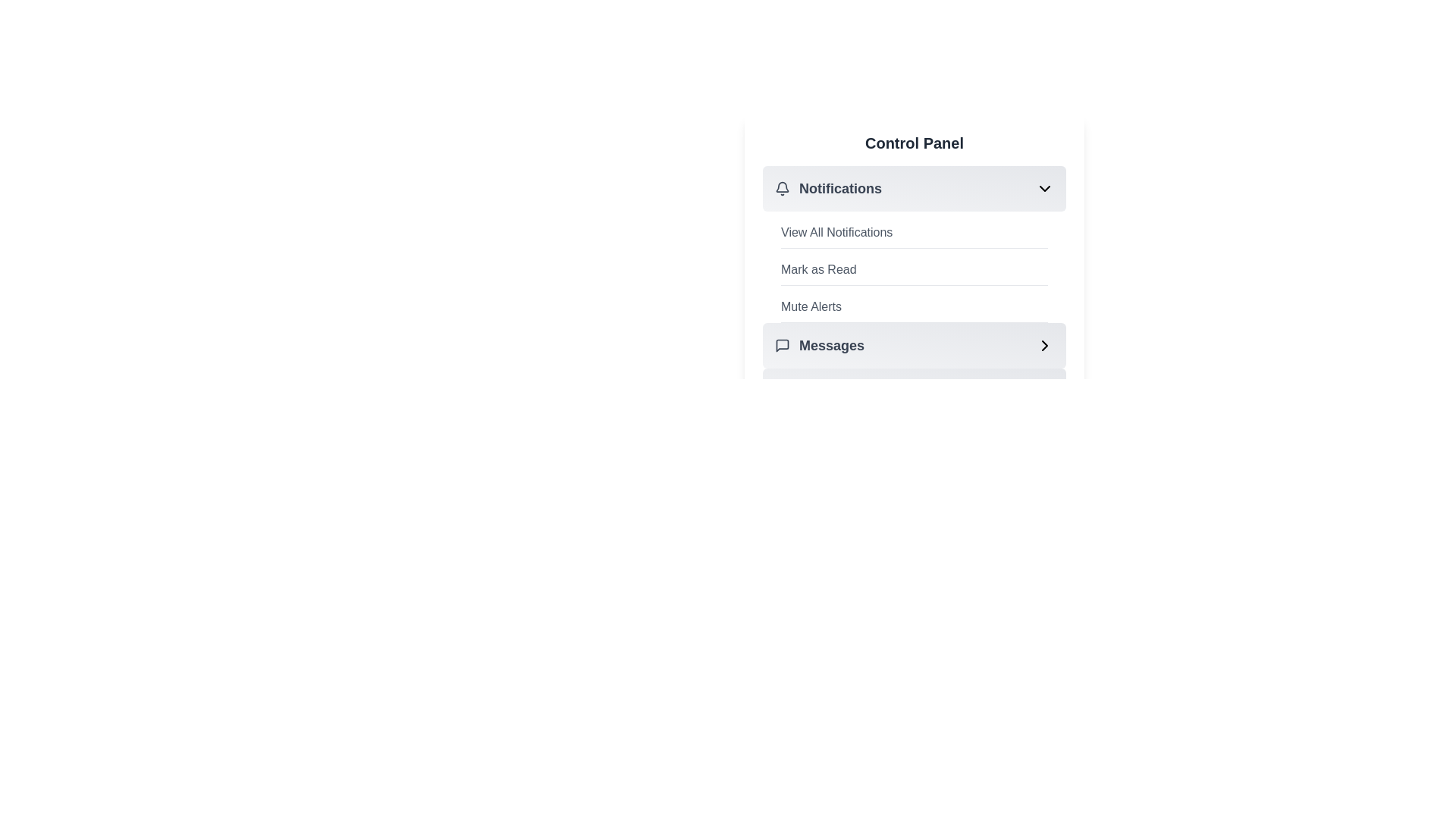  I want to click on the 'Mark as Read' button located under the 'Notifications' section, which is the second item in the list and features a light gray color scheme with a hover effect, so click(913, 269).